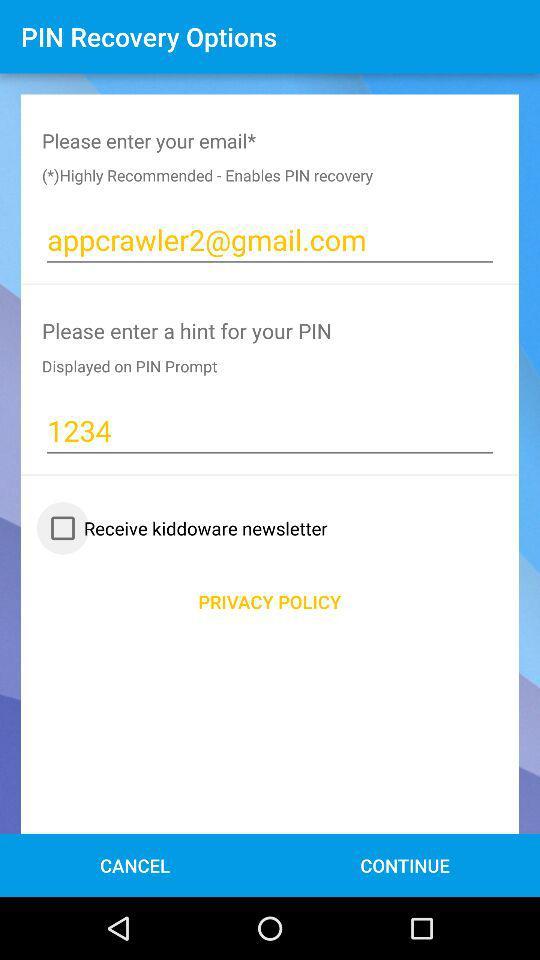 This screenshot has width=540, height=960. Describe the element at coordinates (270, 431) in the screenshot. I see `the second text field on the web page` at that location.